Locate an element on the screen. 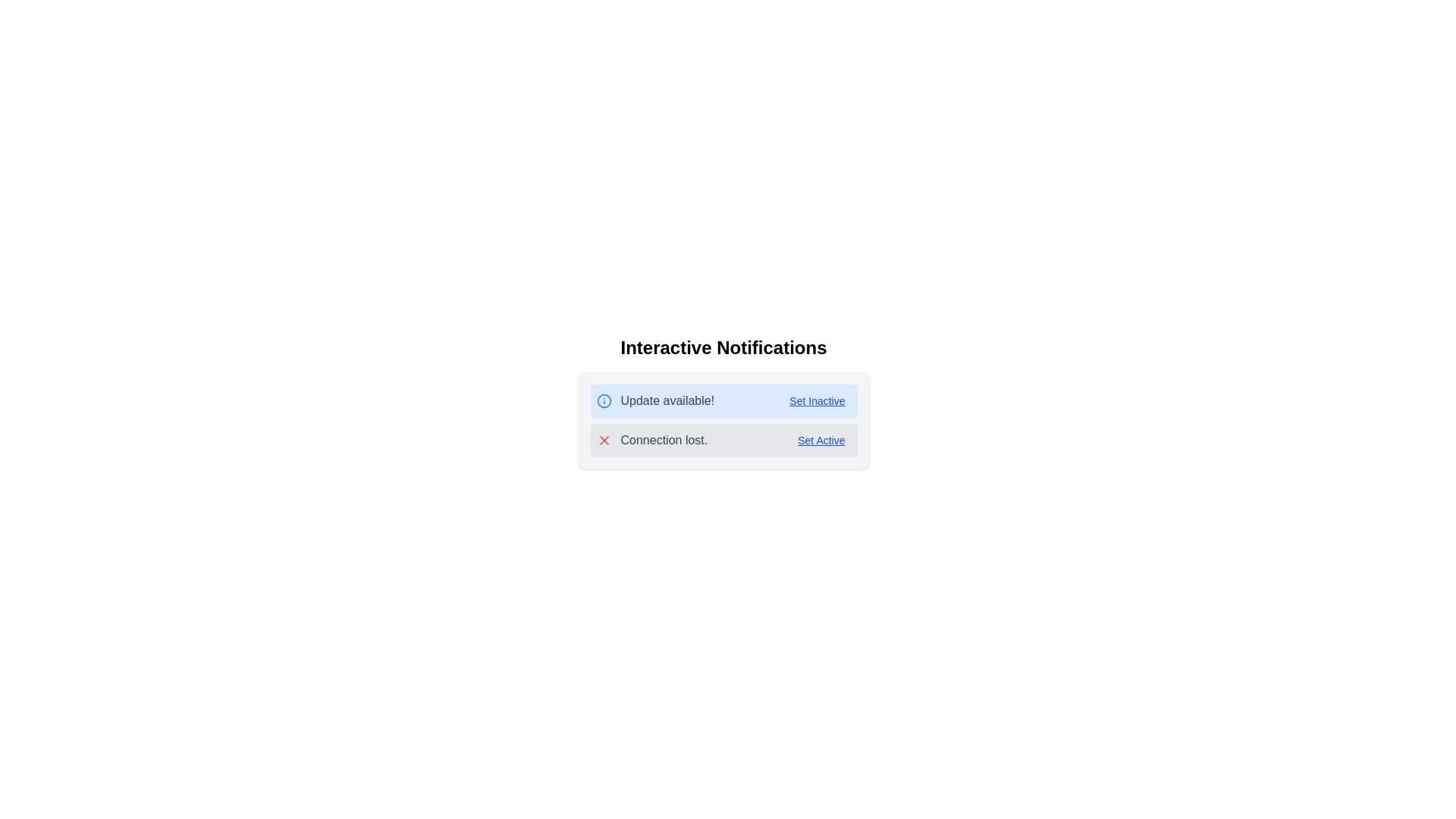  text displayed on the notification message indicating a connection issue, which is located in the second row of the notification panel, between a red error icon and a 'Set Active' button is located at coordinates (664, 441).